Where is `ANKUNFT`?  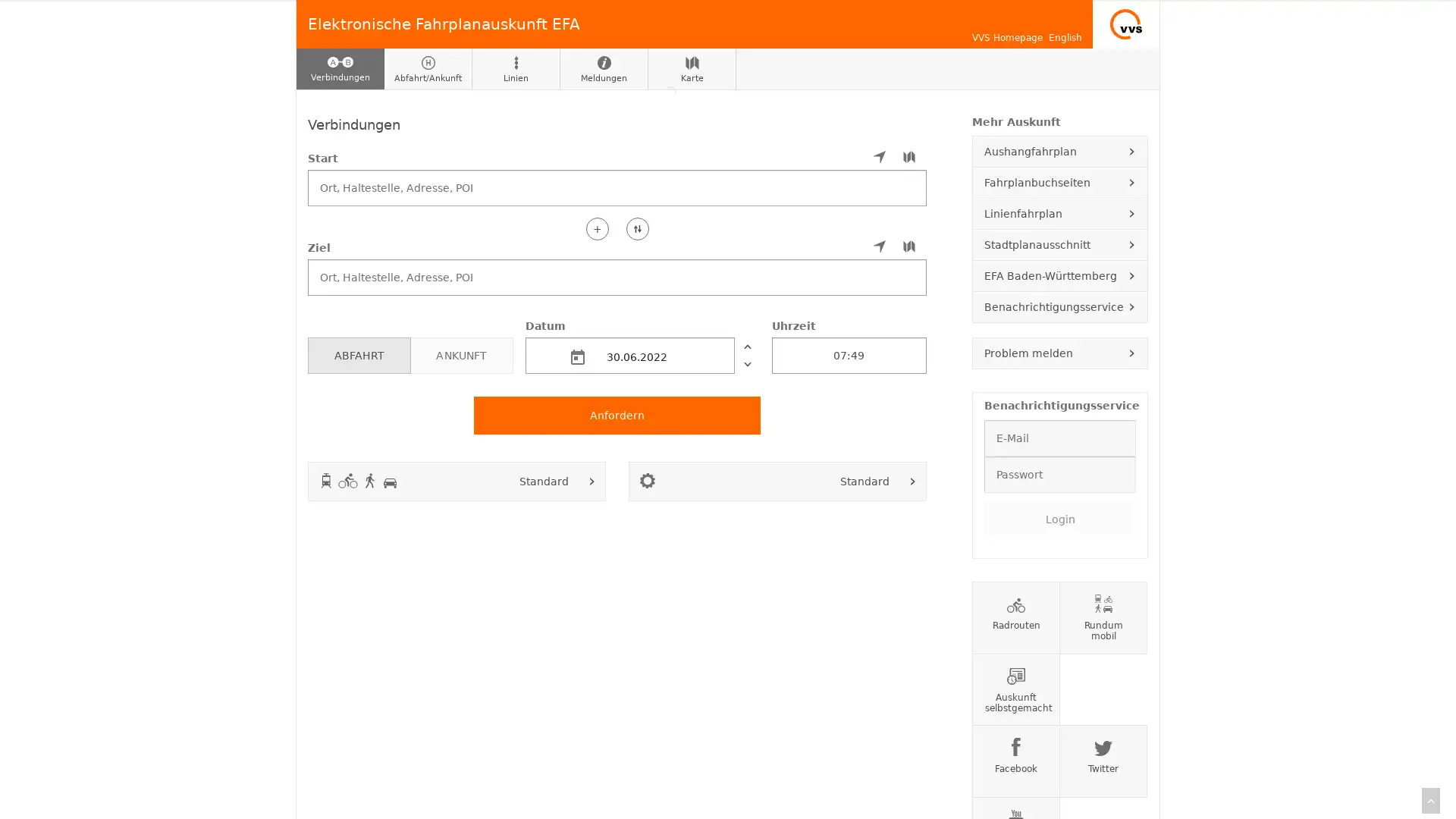
ANKUNFT is located at coordinates (460, 354).